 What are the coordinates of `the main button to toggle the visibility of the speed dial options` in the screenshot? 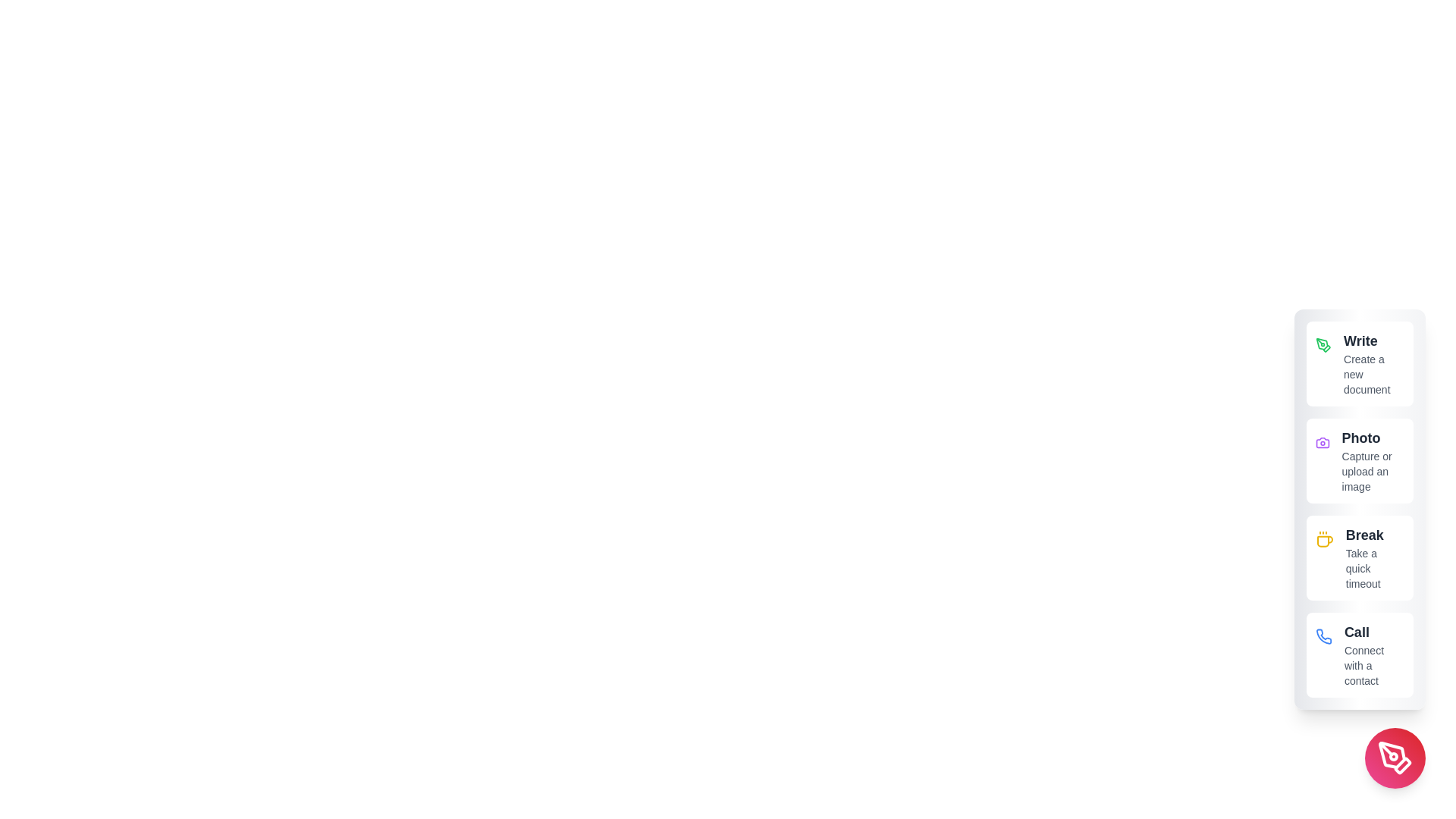 It's located at (1395, 758).